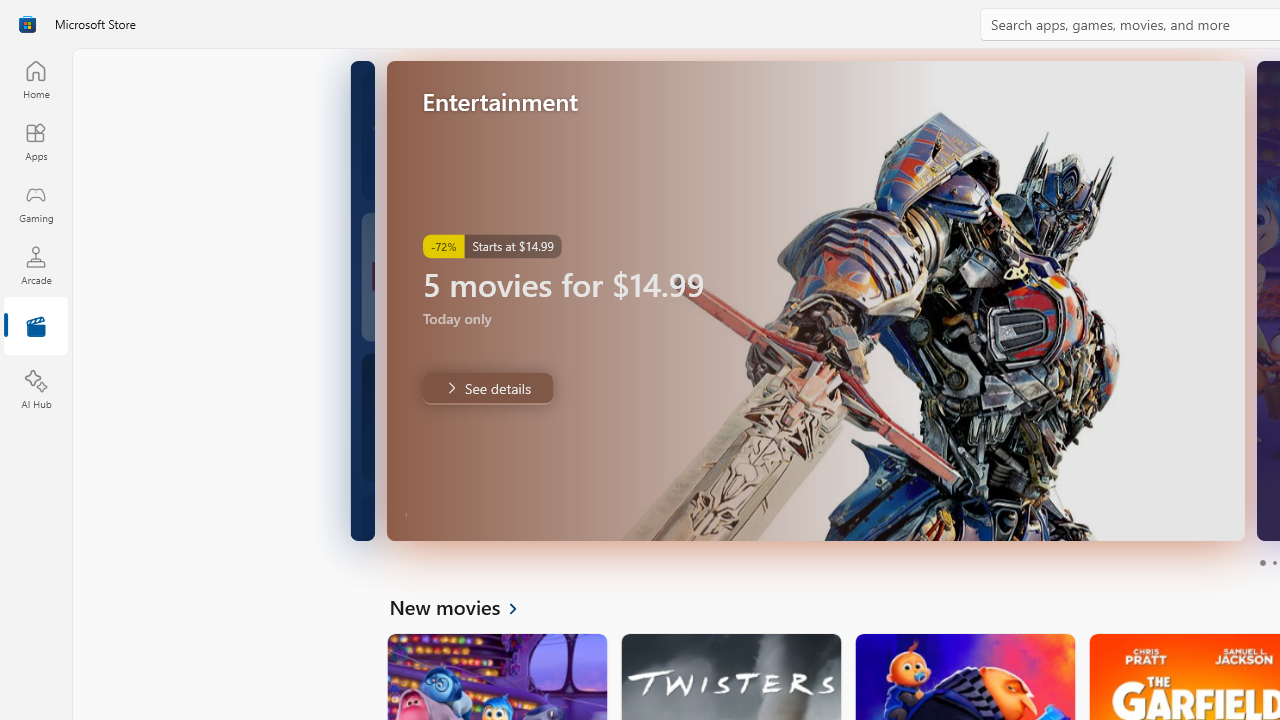 The width and height of the screenshot is (1280, 720). What do you see at coordinates (35, 264) in the screenshot?
I see `'Arcade'` at bounding box center [35, 264].